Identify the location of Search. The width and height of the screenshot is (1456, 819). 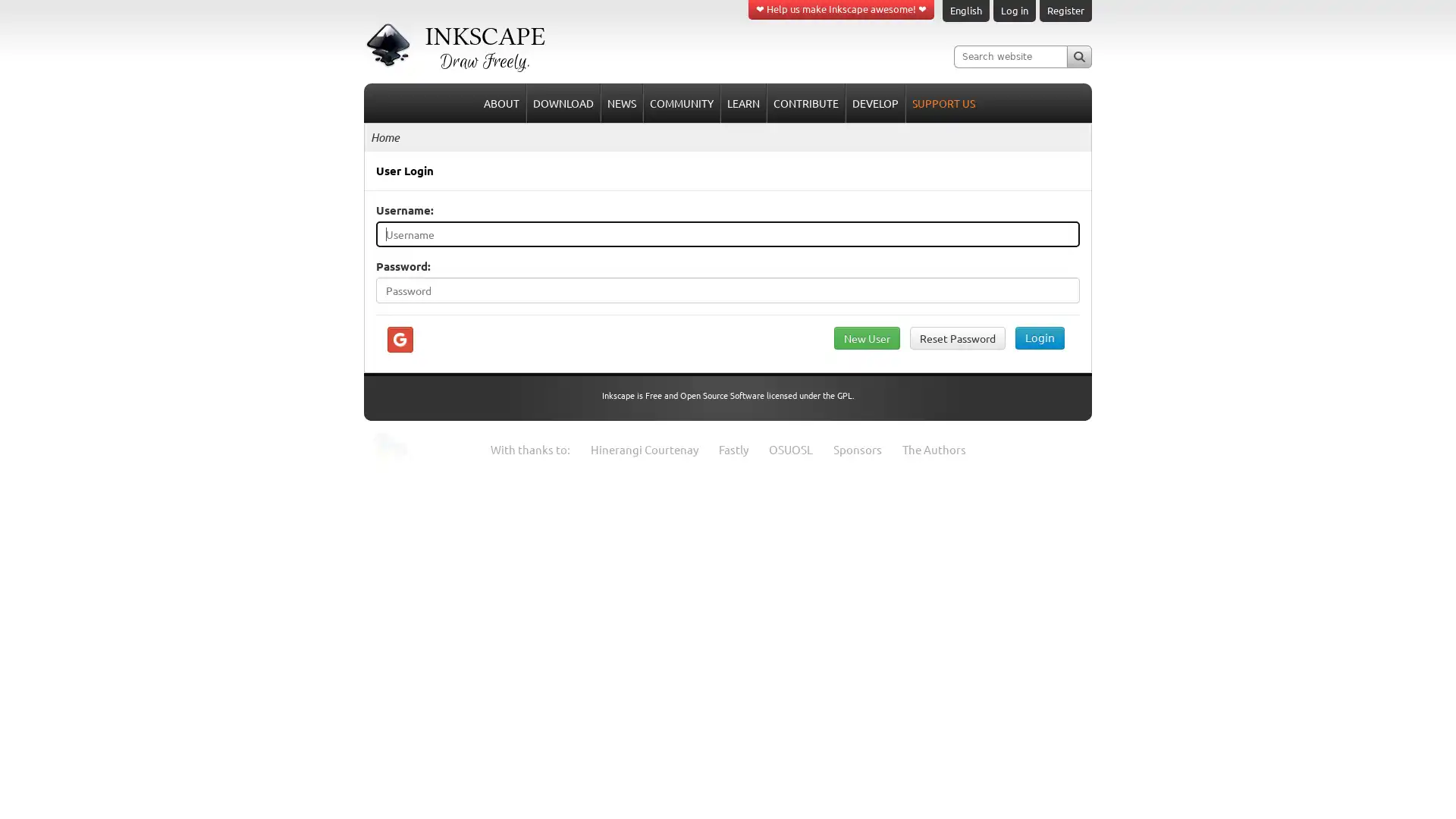
(1078, 55).